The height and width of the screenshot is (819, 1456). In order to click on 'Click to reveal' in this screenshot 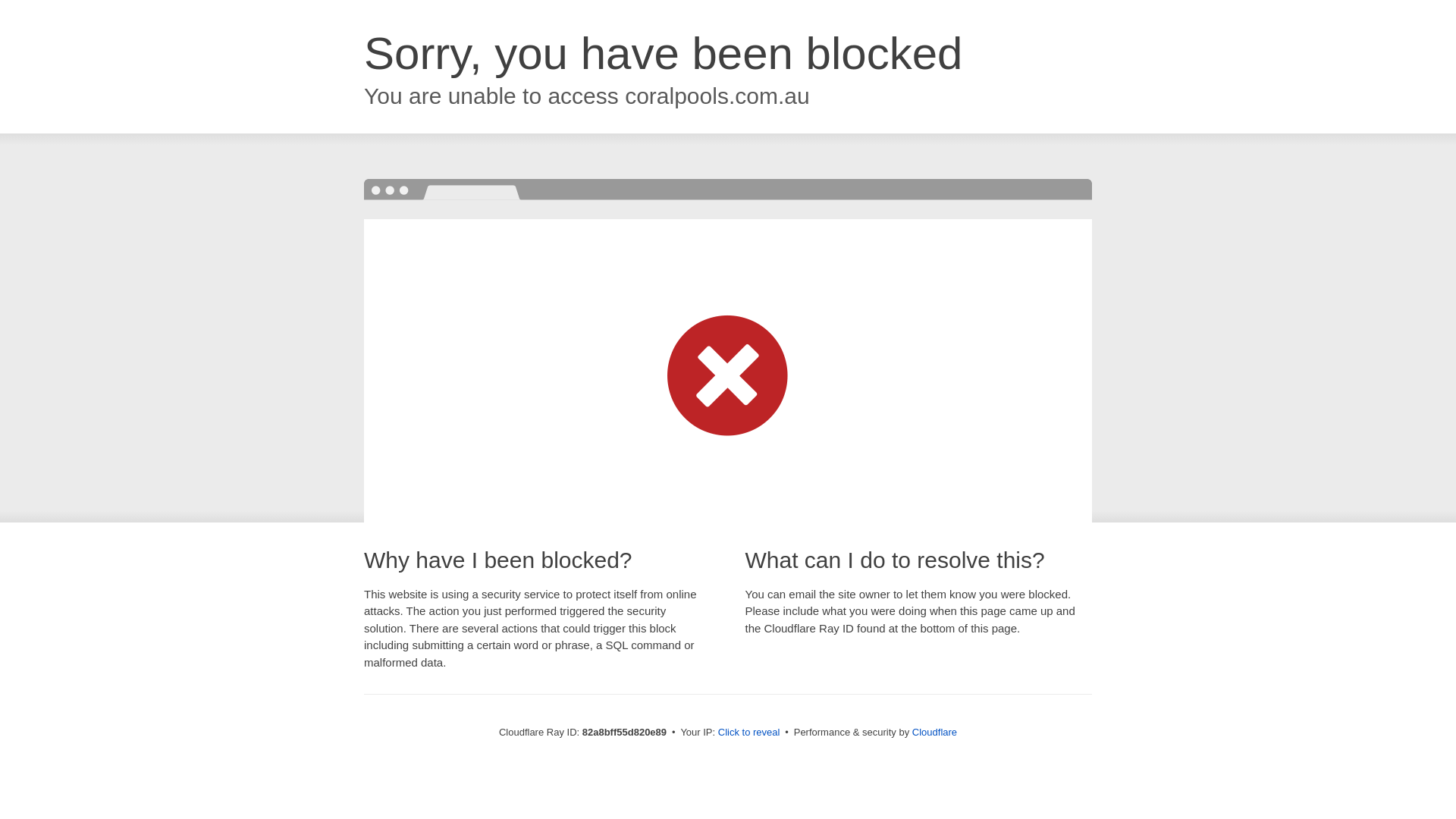, I will do `click(749, 731)`.